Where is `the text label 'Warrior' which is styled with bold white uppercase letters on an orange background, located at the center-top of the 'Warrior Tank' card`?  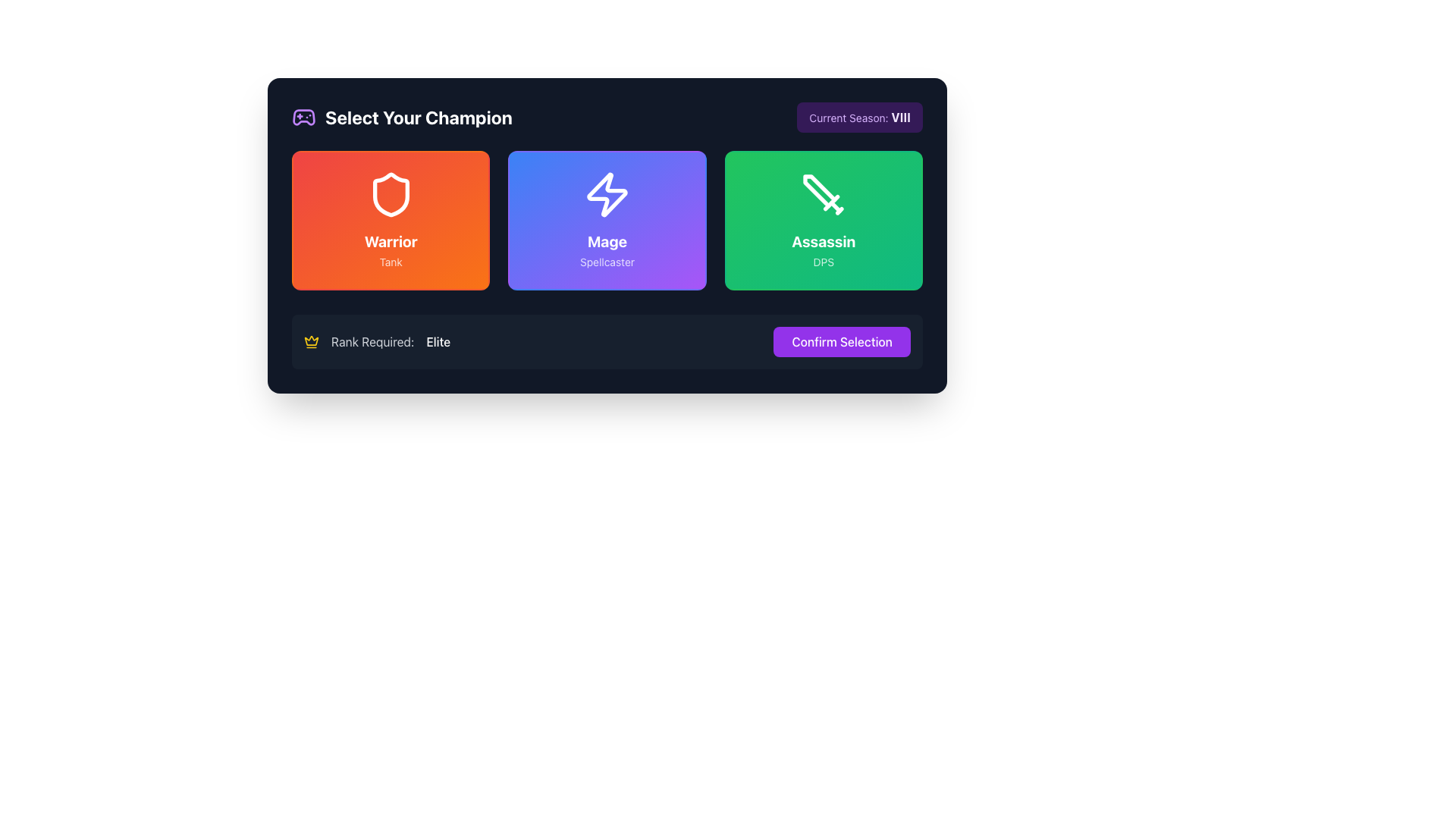 the text label 'Warrior' which is styled with bold white uppercase letters on an orange background, located at the center-top of the 'Warrior Tank' card is located at coordinates (391, 241).